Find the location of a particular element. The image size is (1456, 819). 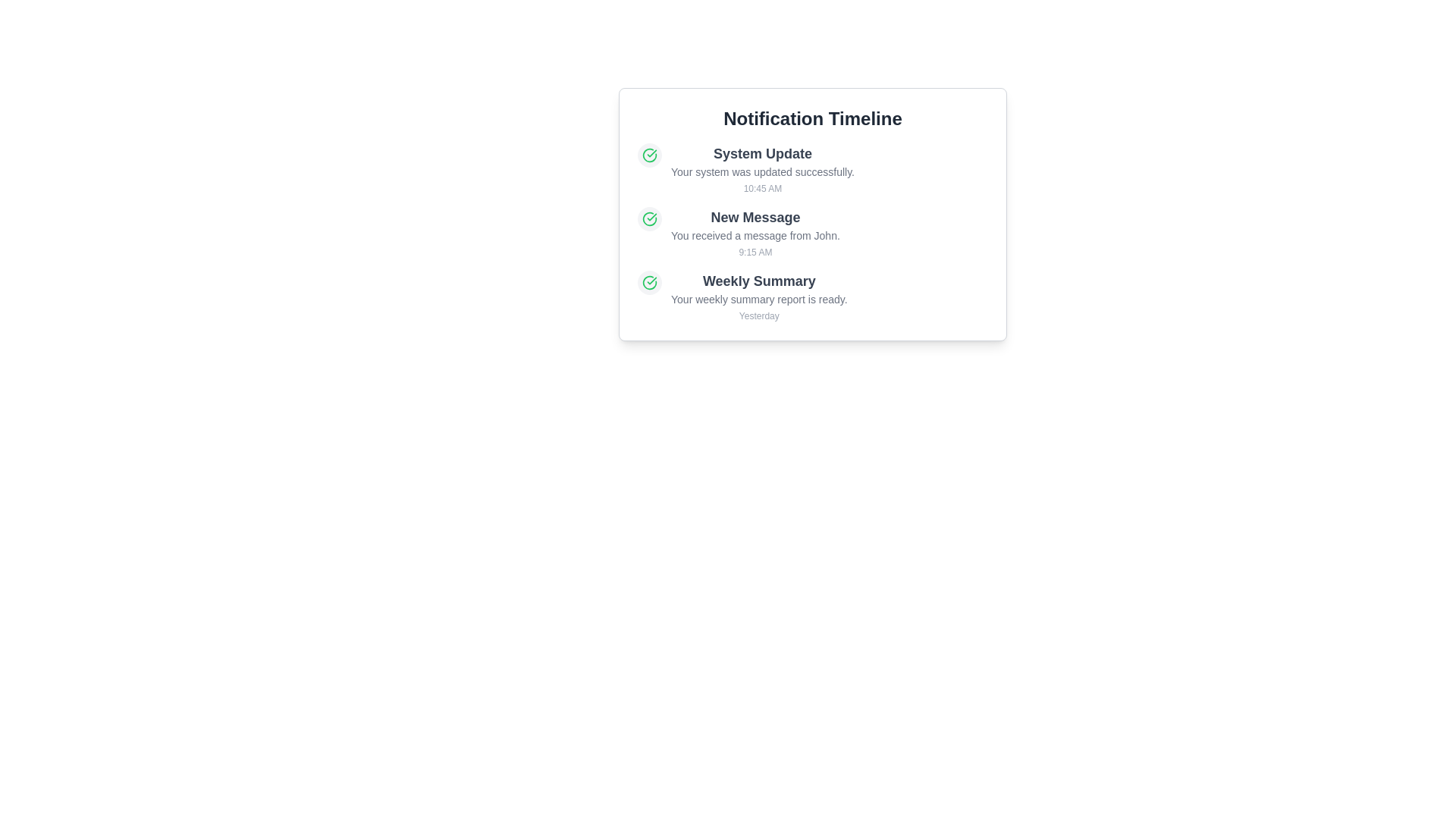

the descriptive text element that indicates the 'Weekly Summary' report is ready, which is located below the bold title and above the text 'Yesterday' is located at coordinates (759, 299).